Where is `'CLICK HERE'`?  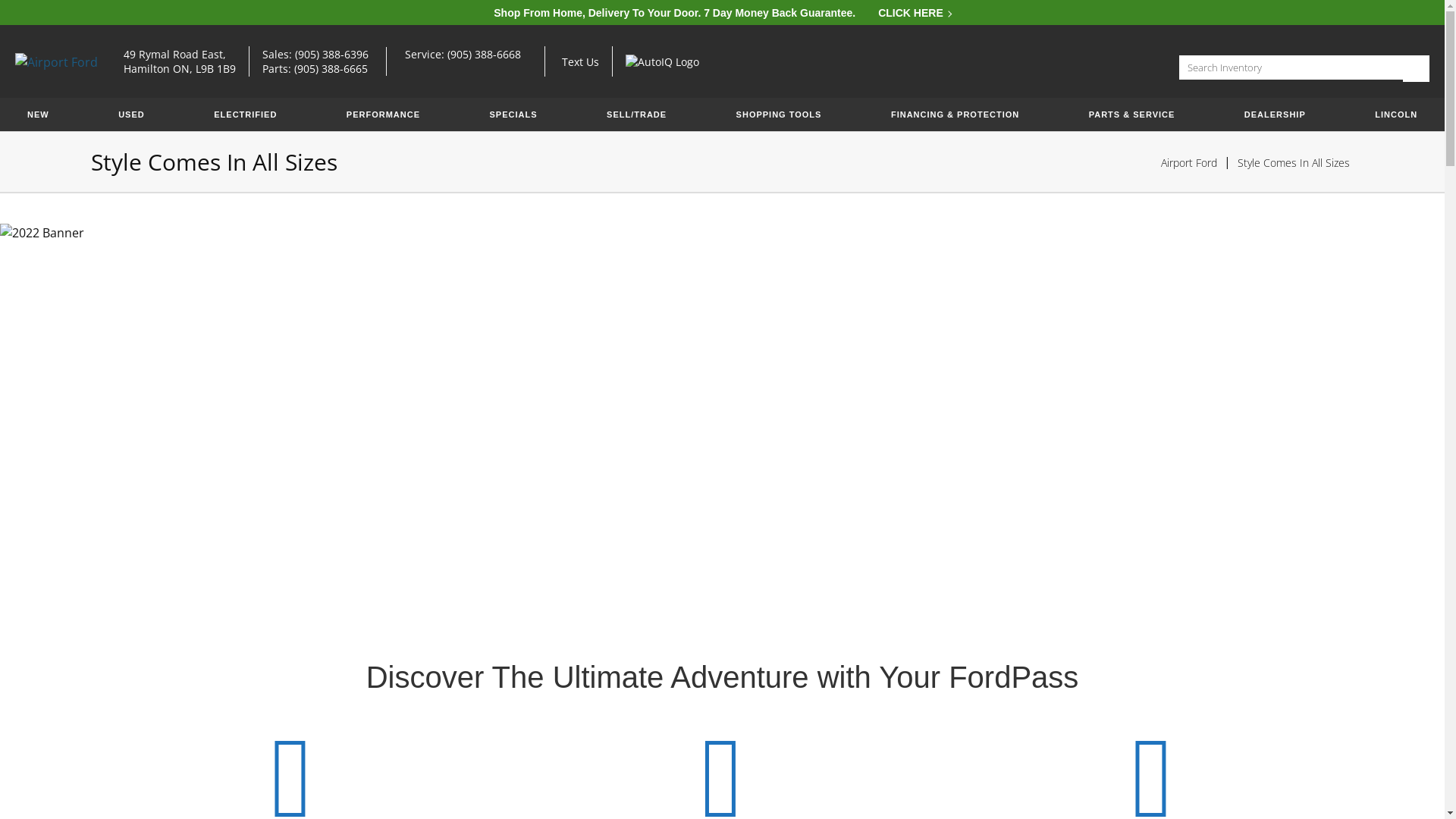
'CLICK HERE' is located at coordinates (913, 12).